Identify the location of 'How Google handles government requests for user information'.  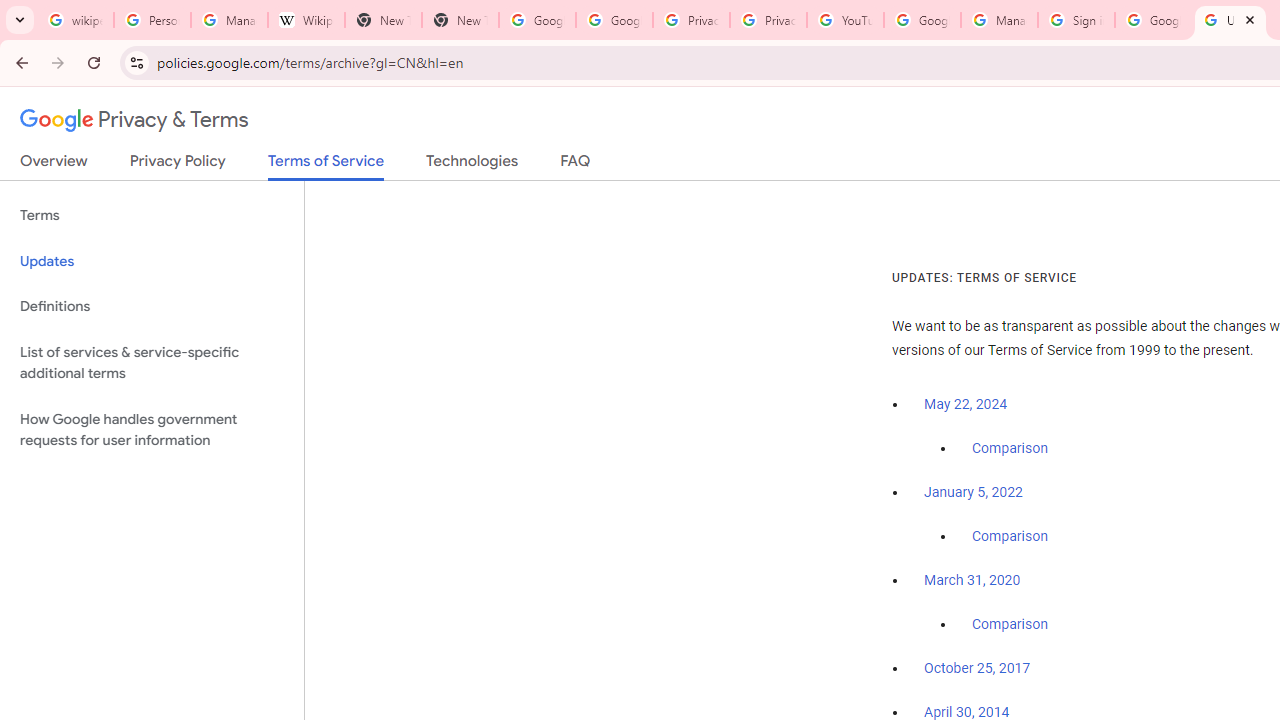
(151, 428).